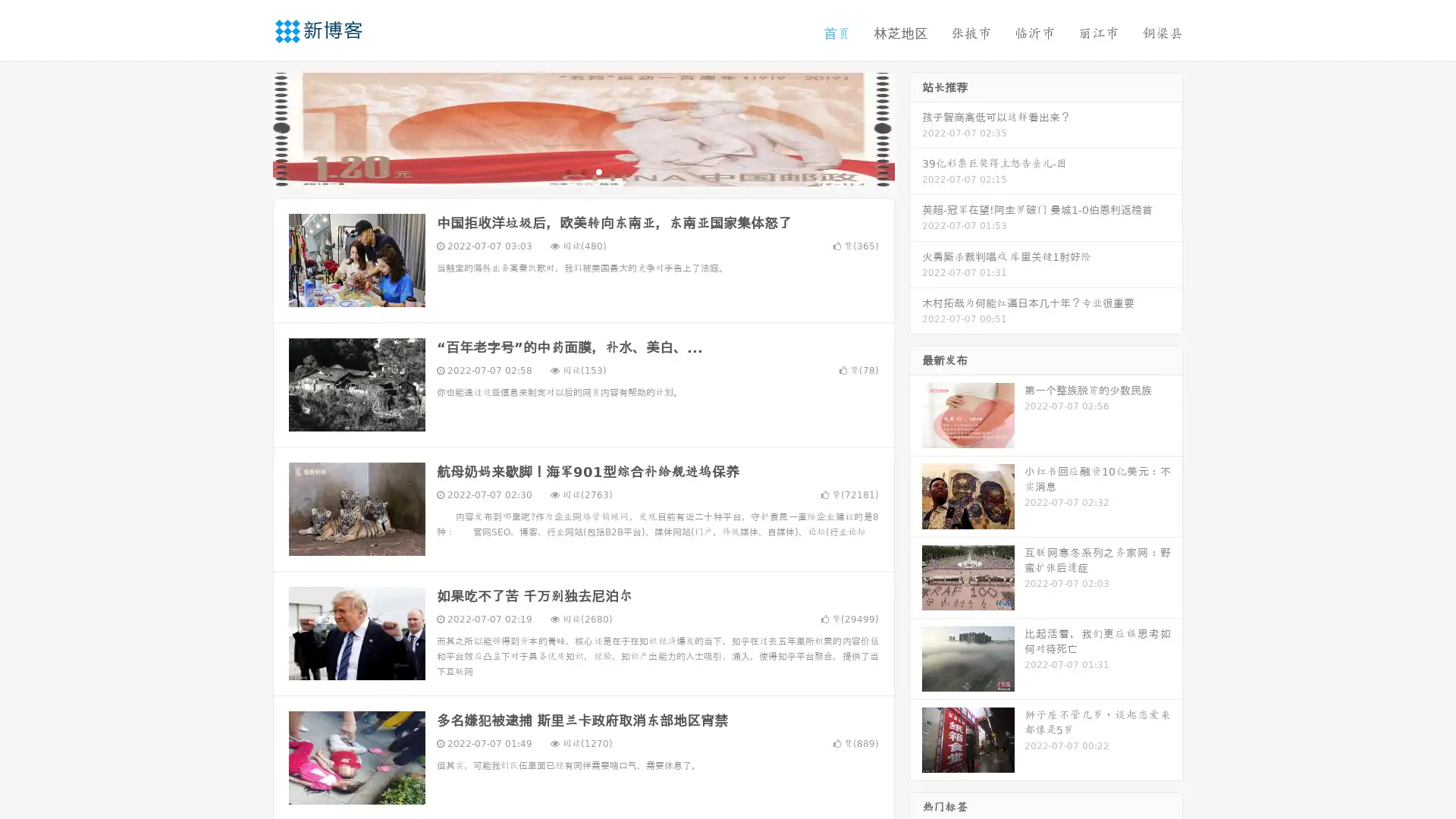  What do you see at coordinates (916, 127) in the screenshot?
I see `Next slide` at bounding box center [916, 127].